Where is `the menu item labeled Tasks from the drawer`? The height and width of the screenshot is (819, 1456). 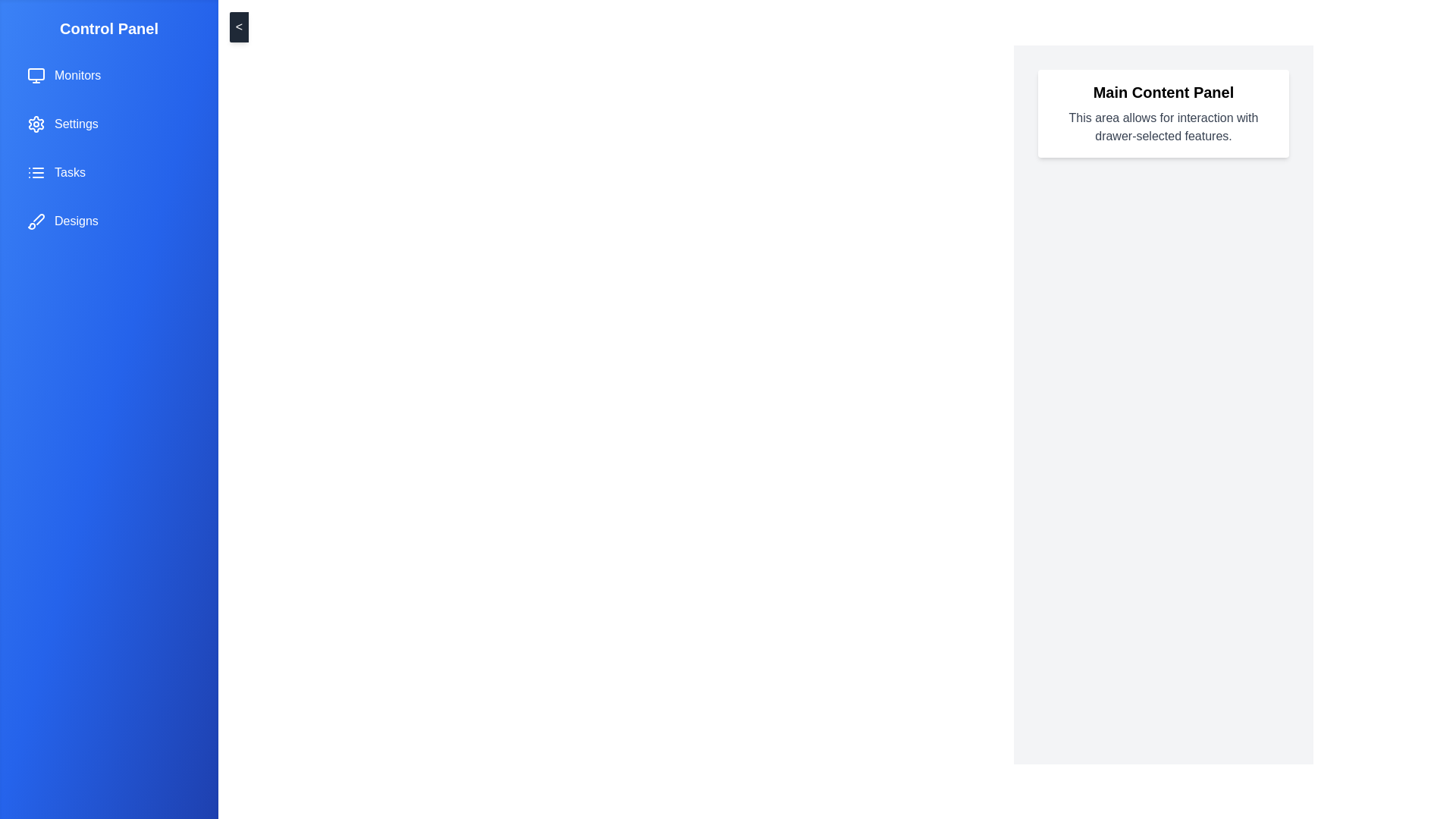
the menu item labeled Tasks from the drawer is located at coordinates (108, 171).